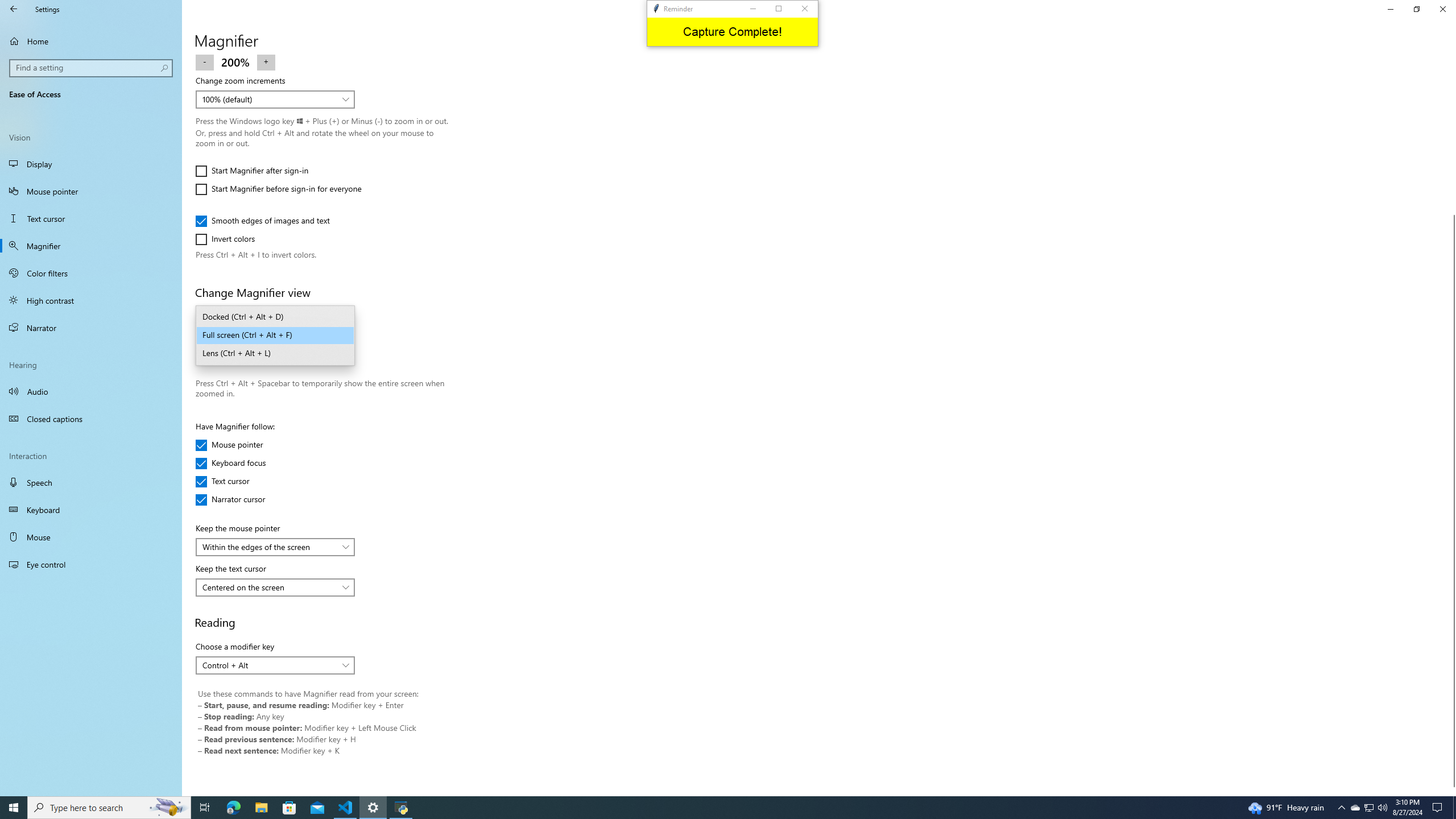 This screenshot has width=1456, height=819. Describe the element at coordinates (90, 390) in the screenshot. I see `'Audio'` at that location.